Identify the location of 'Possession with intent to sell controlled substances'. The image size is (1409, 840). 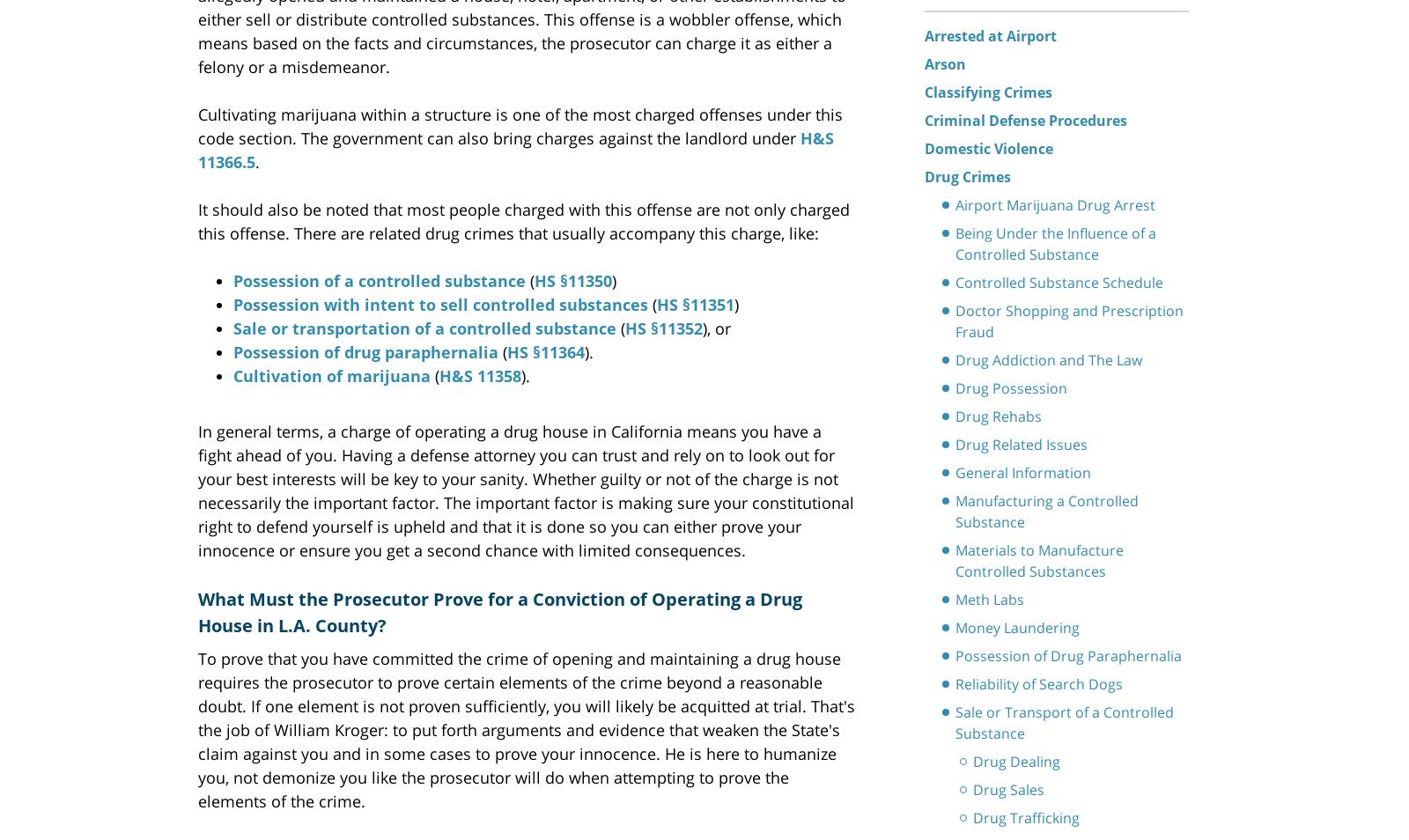
(439, 303).